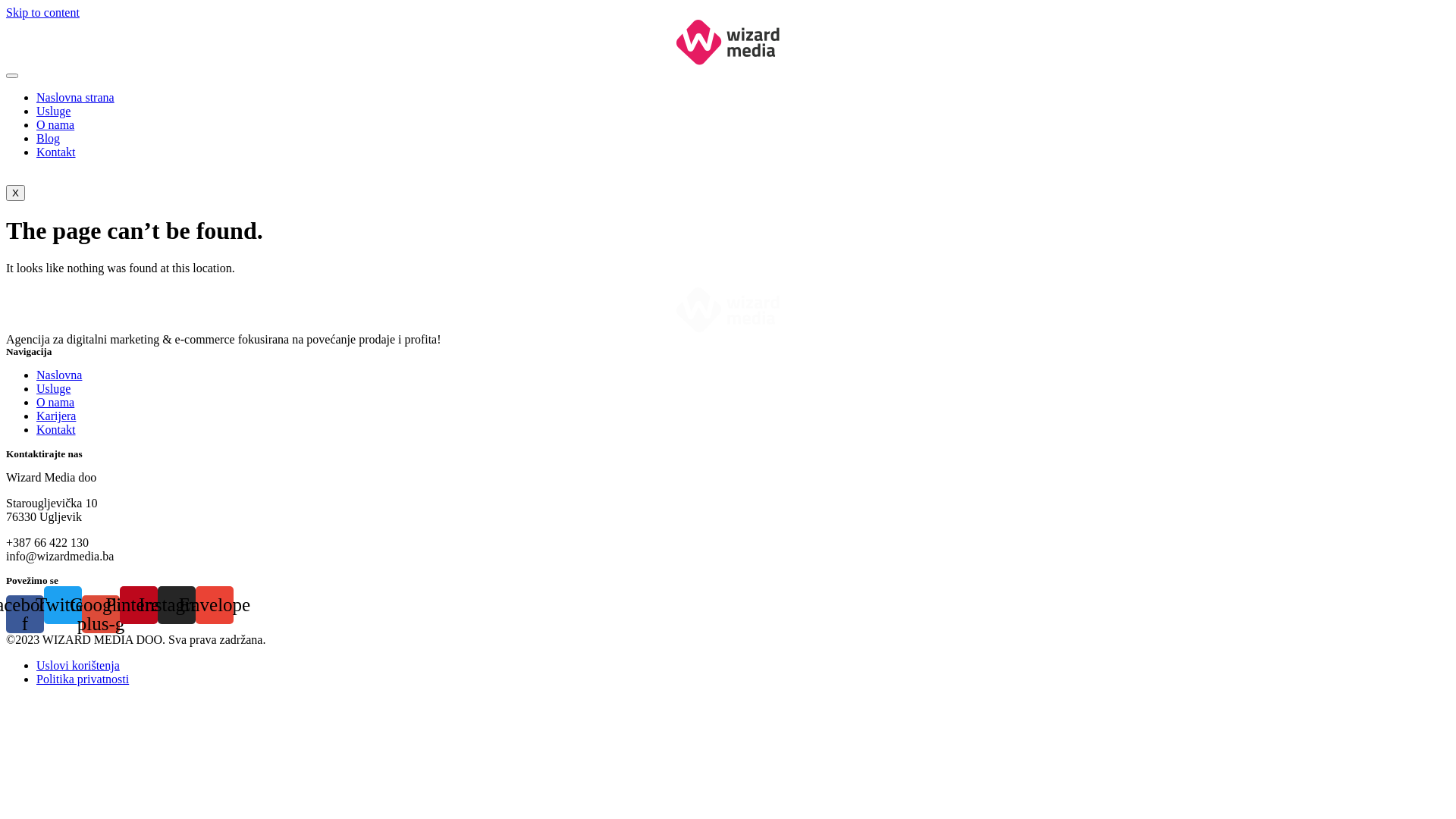 The image size is (1456, 819). I want to click on 'wizardmedia-logo', so click(728, 42).